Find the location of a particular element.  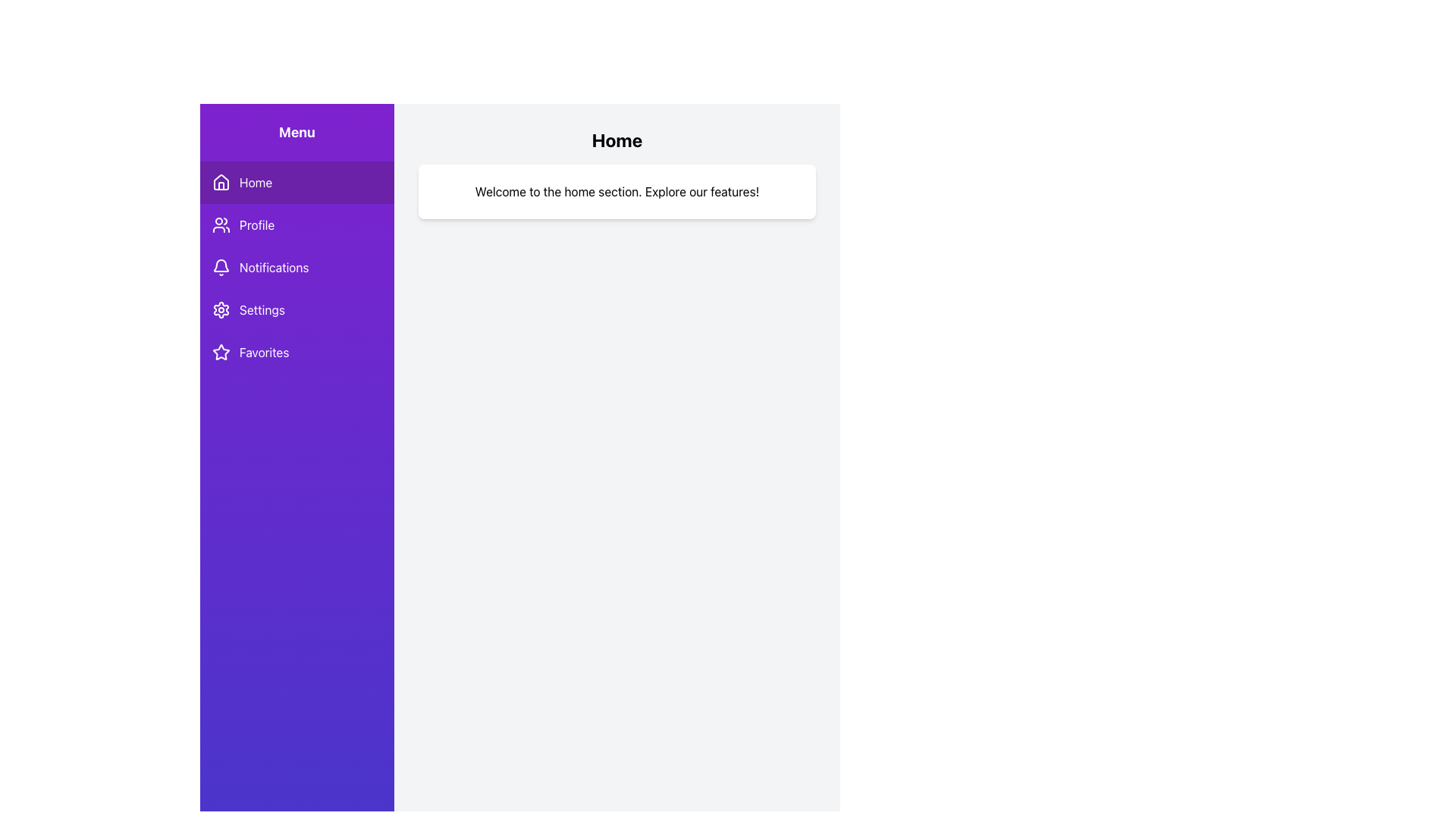

the gear-like settings icon with a white outline on a purple background, located fourth from the top in the vertical menu list is located at coordinates (221, 309).